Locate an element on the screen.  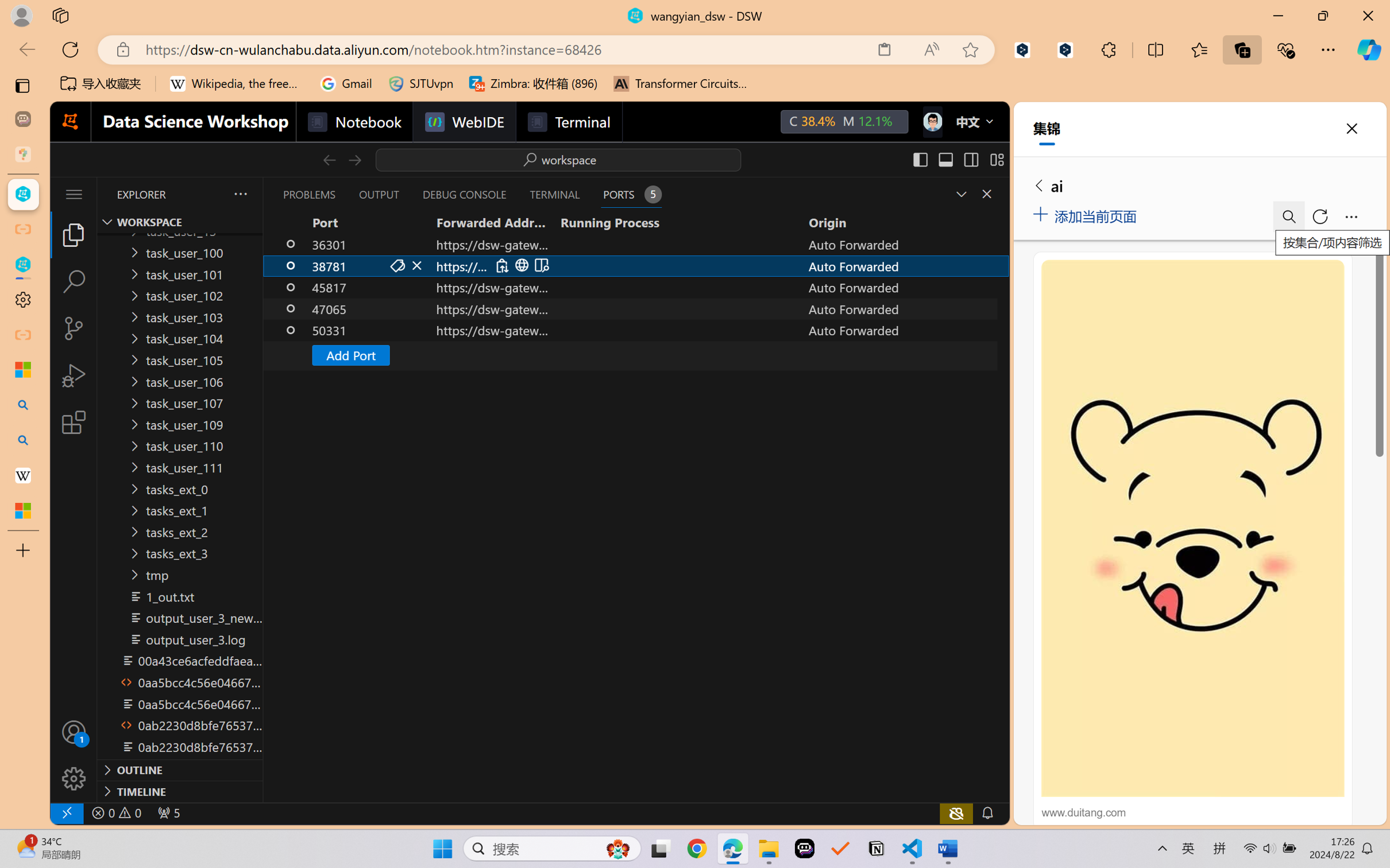
'Add Port' is located at coordinates (350, 355).